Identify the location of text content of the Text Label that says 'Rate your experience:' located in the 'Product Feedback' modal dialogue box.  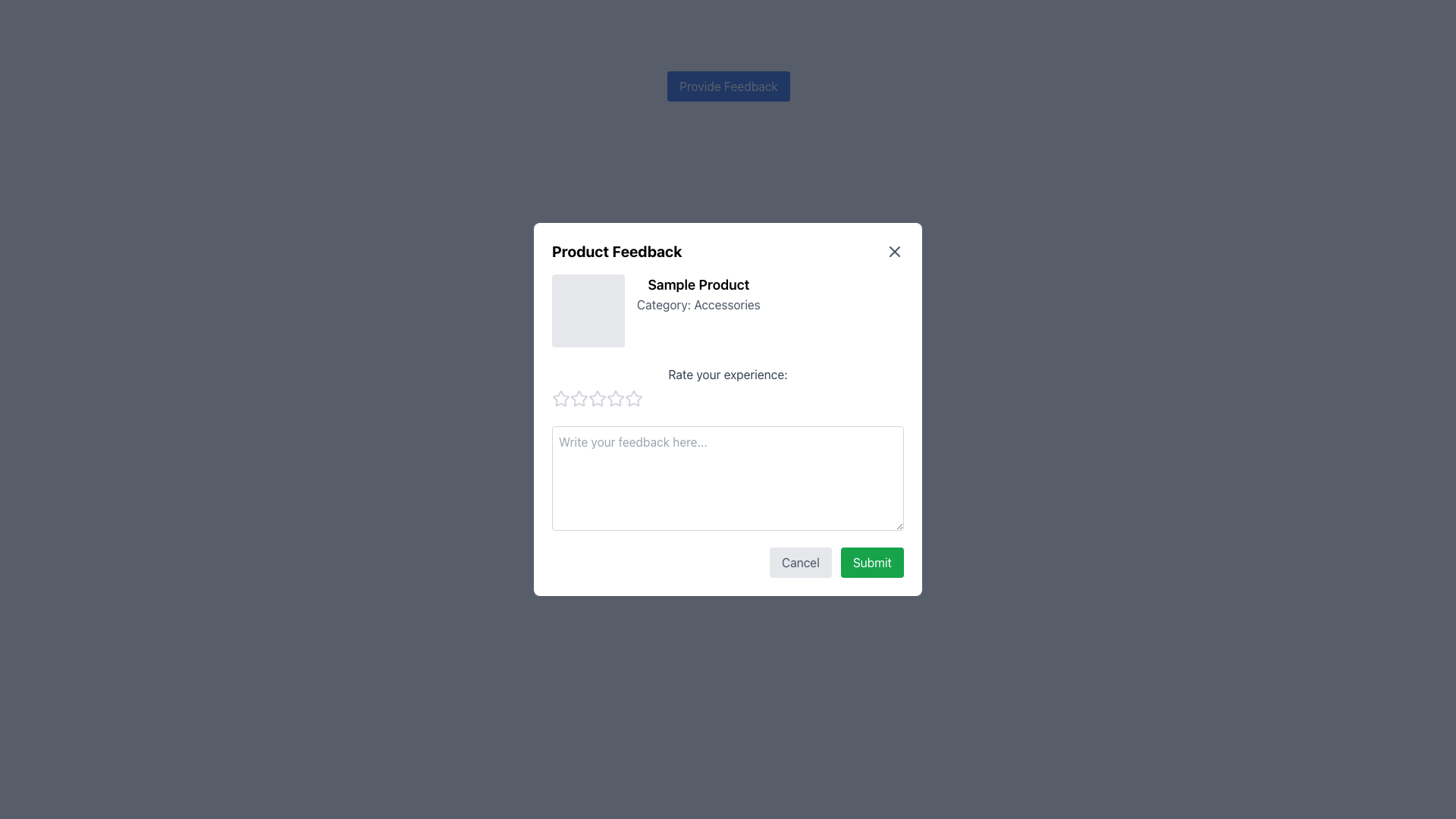
(728, 374).